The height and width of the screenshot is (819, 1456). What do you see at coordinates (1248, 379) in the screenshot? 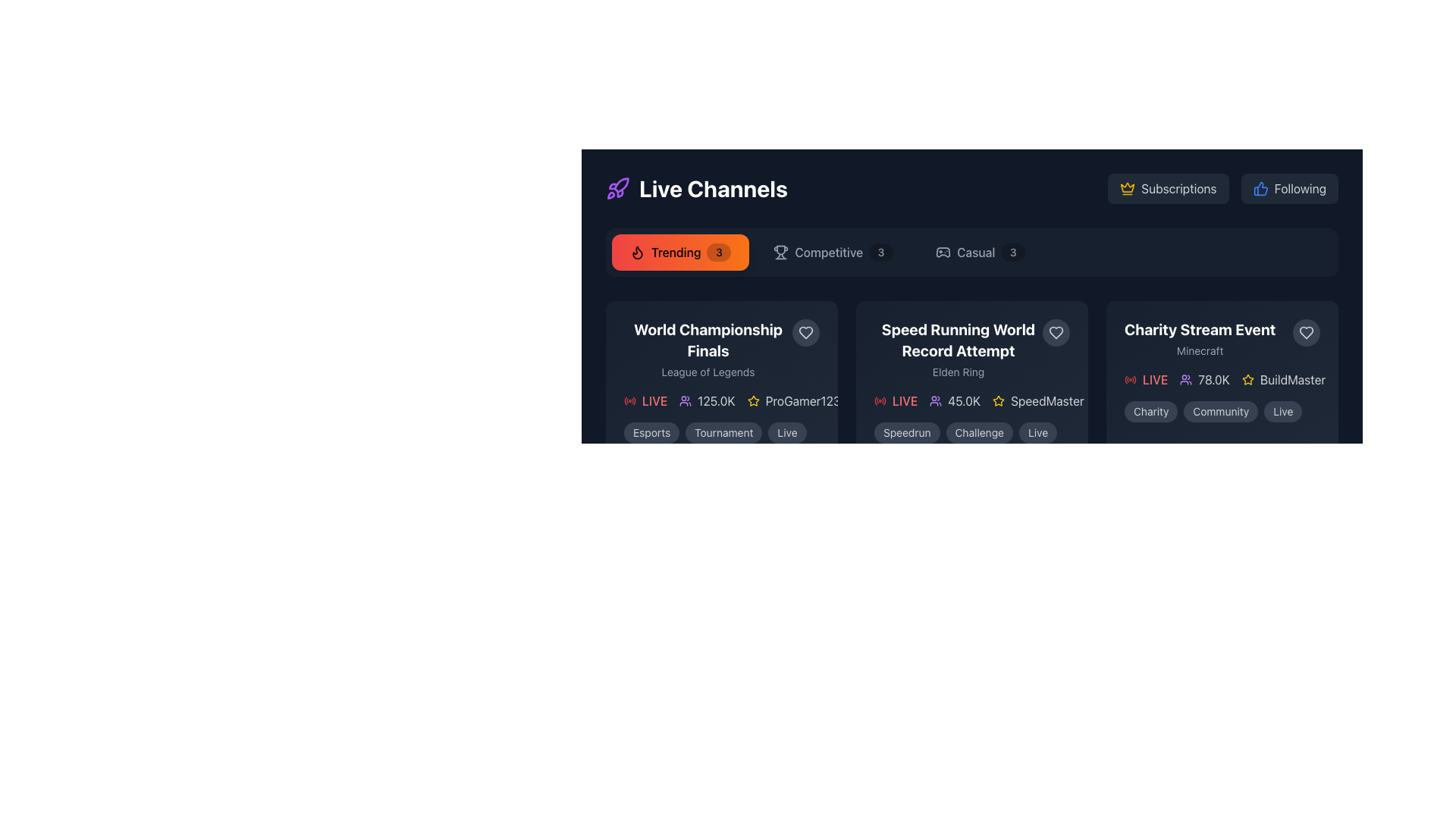
I see `the star icon located to the left of the 'BuildMaster' text in the 'Charity Stream Event' card` at bounding box center [1248, 379].